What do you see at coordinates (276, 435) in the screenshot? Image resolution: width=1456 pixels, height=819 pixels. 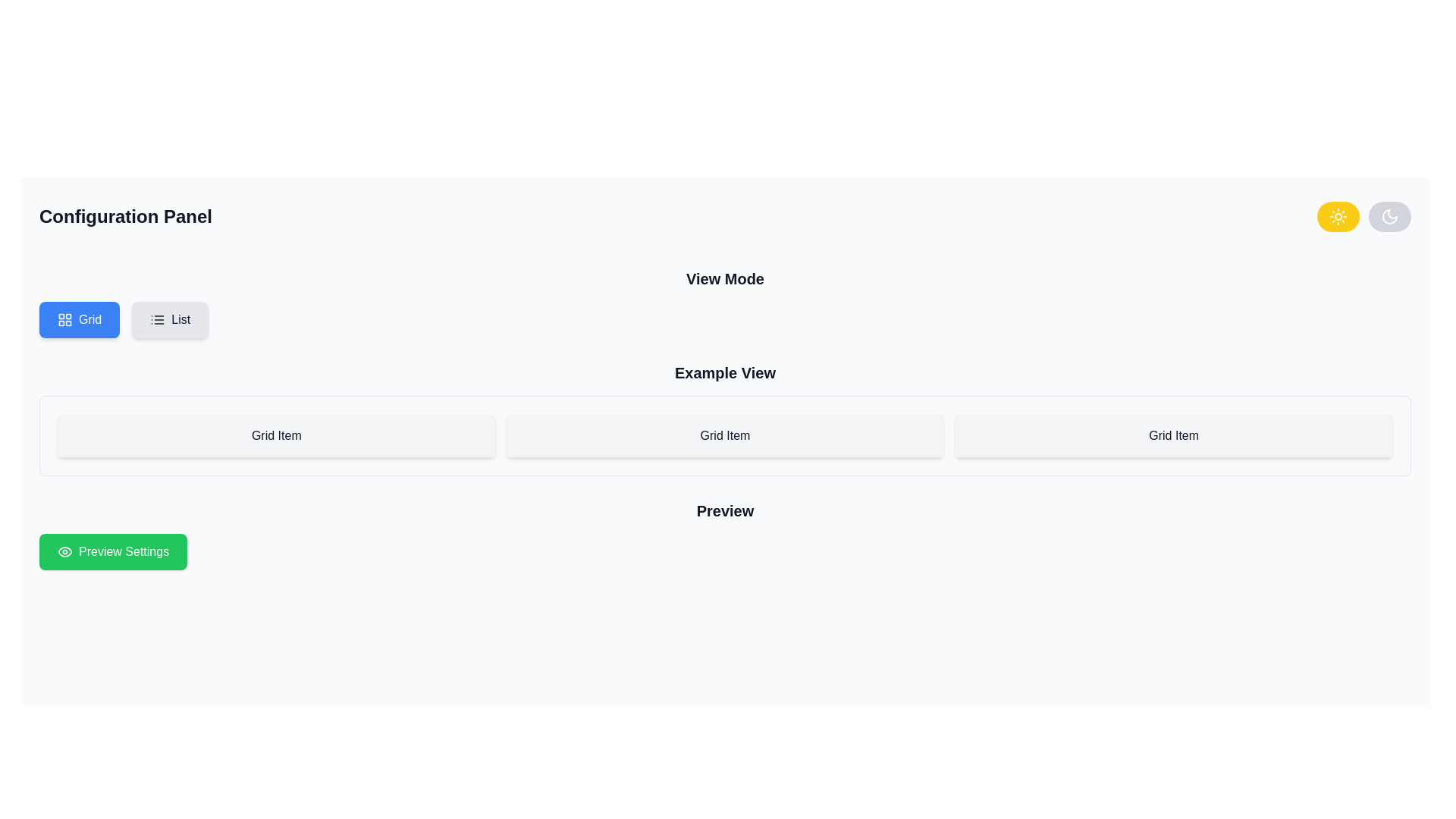 I see `the text within the Box element located in the 'Example View' section, which is the first of three horizontally arranged items beneath the 'View Mode' controls` at bounding box center [276, 435].